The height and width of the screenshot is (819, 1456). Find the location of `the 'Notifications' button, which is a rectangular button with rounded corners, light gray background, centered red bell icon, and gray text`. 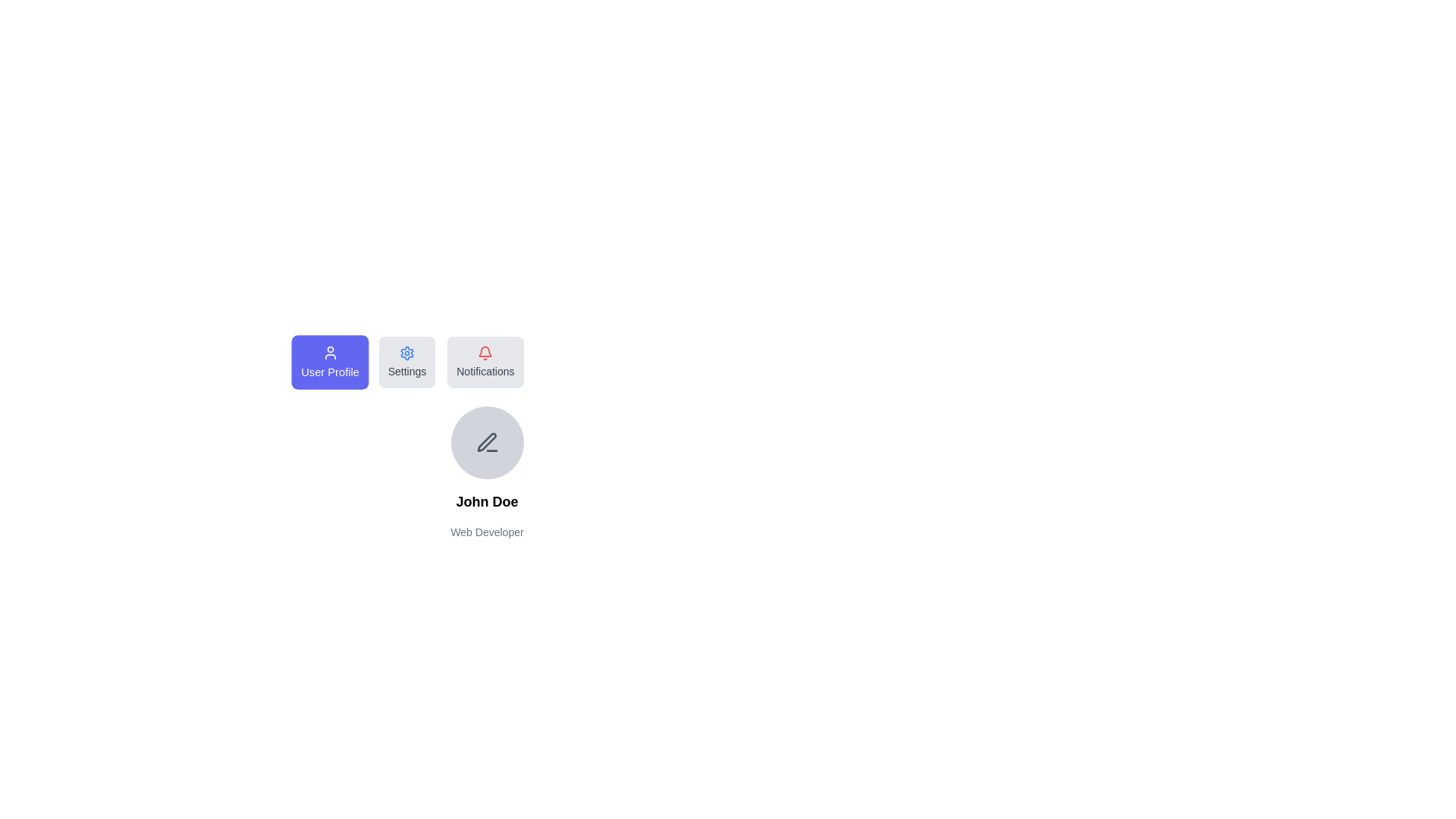

the 'Notifications' button, which is a rectangular button with rounded corners, light gray background, centered red bell icon, and gray text is located at coordinates (485, 362).